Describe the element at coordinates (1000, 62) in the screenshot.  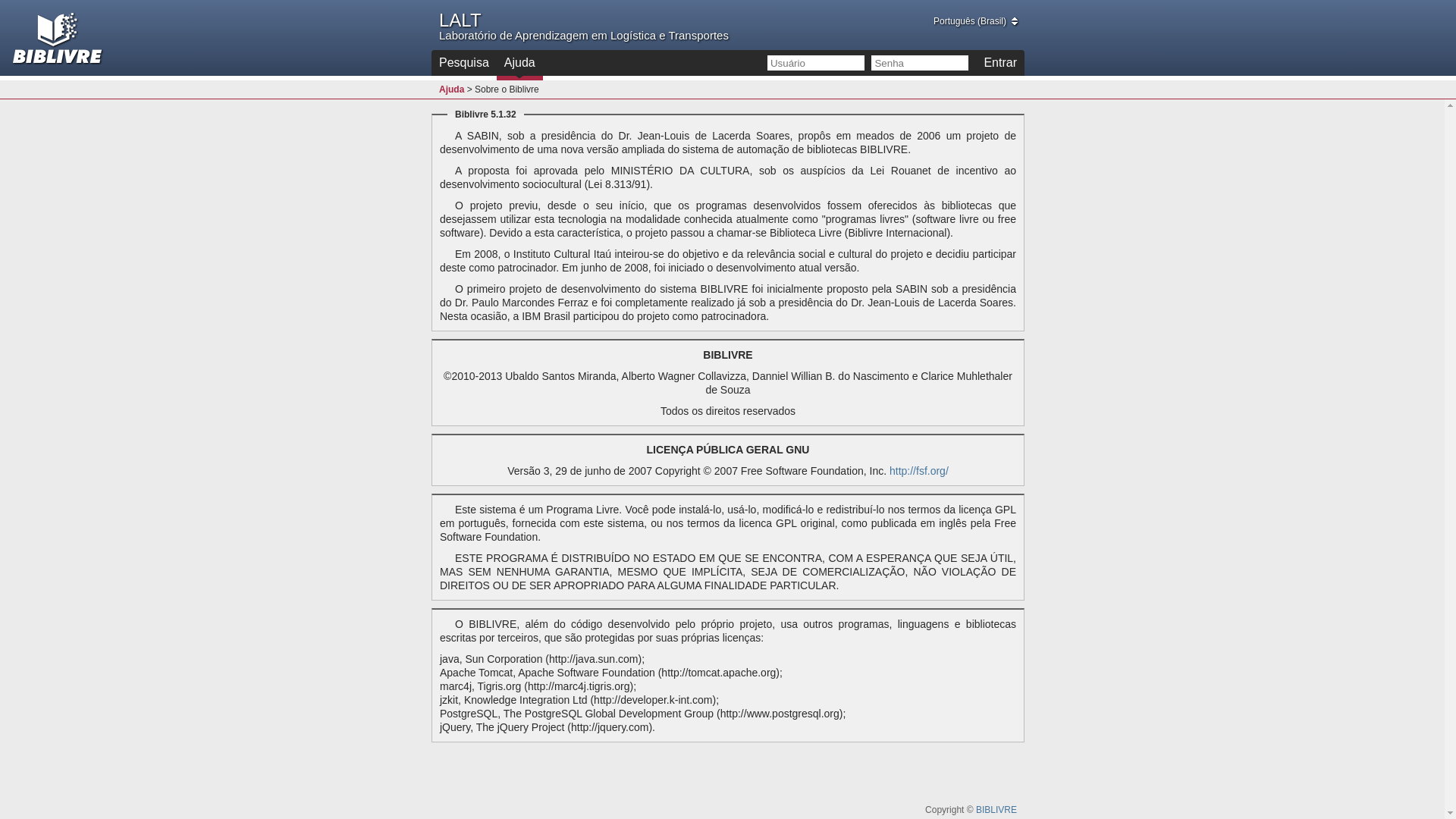
I see `'Entrar'` at that location.